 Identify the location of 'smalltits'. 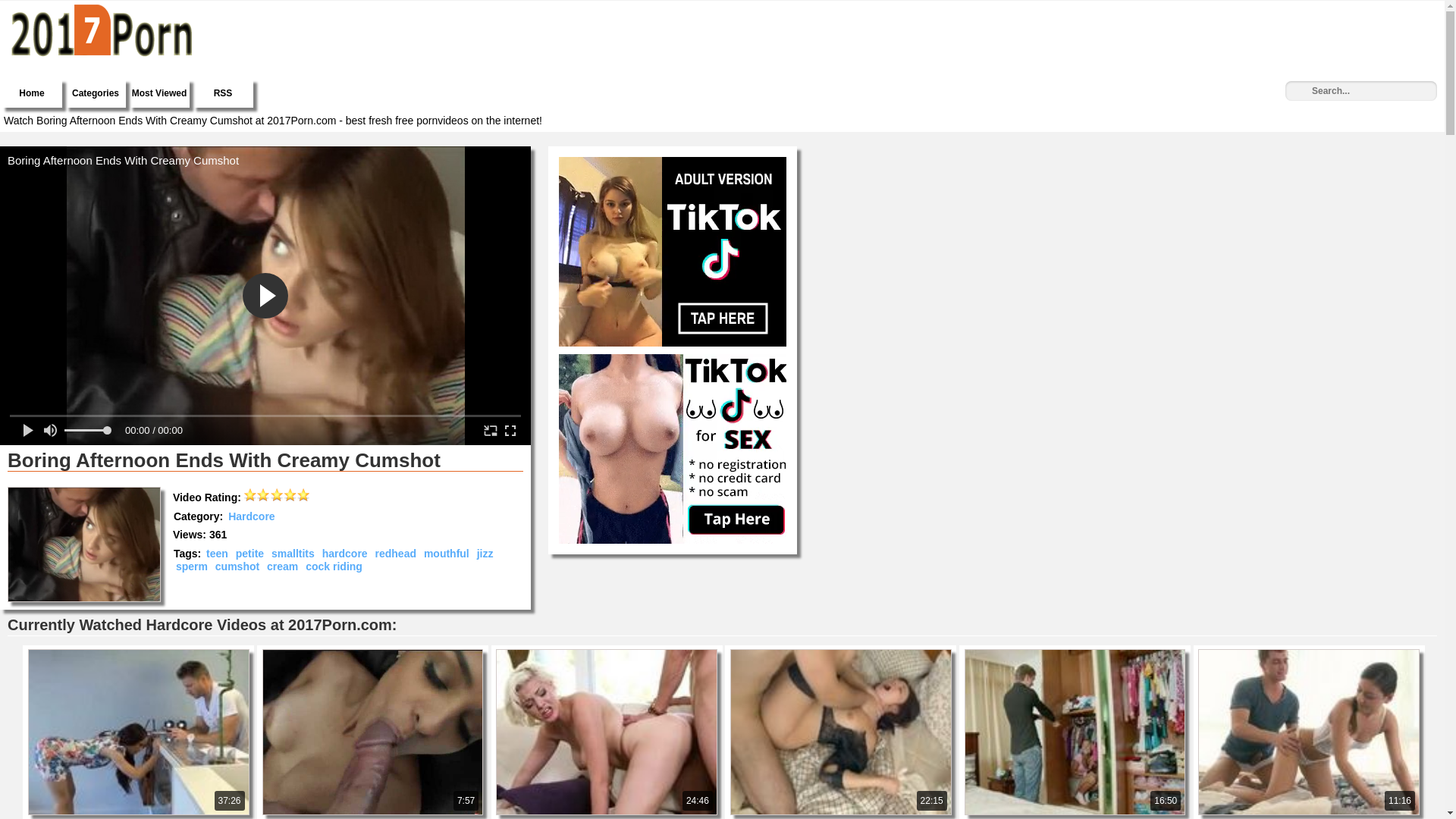
(293, 553).